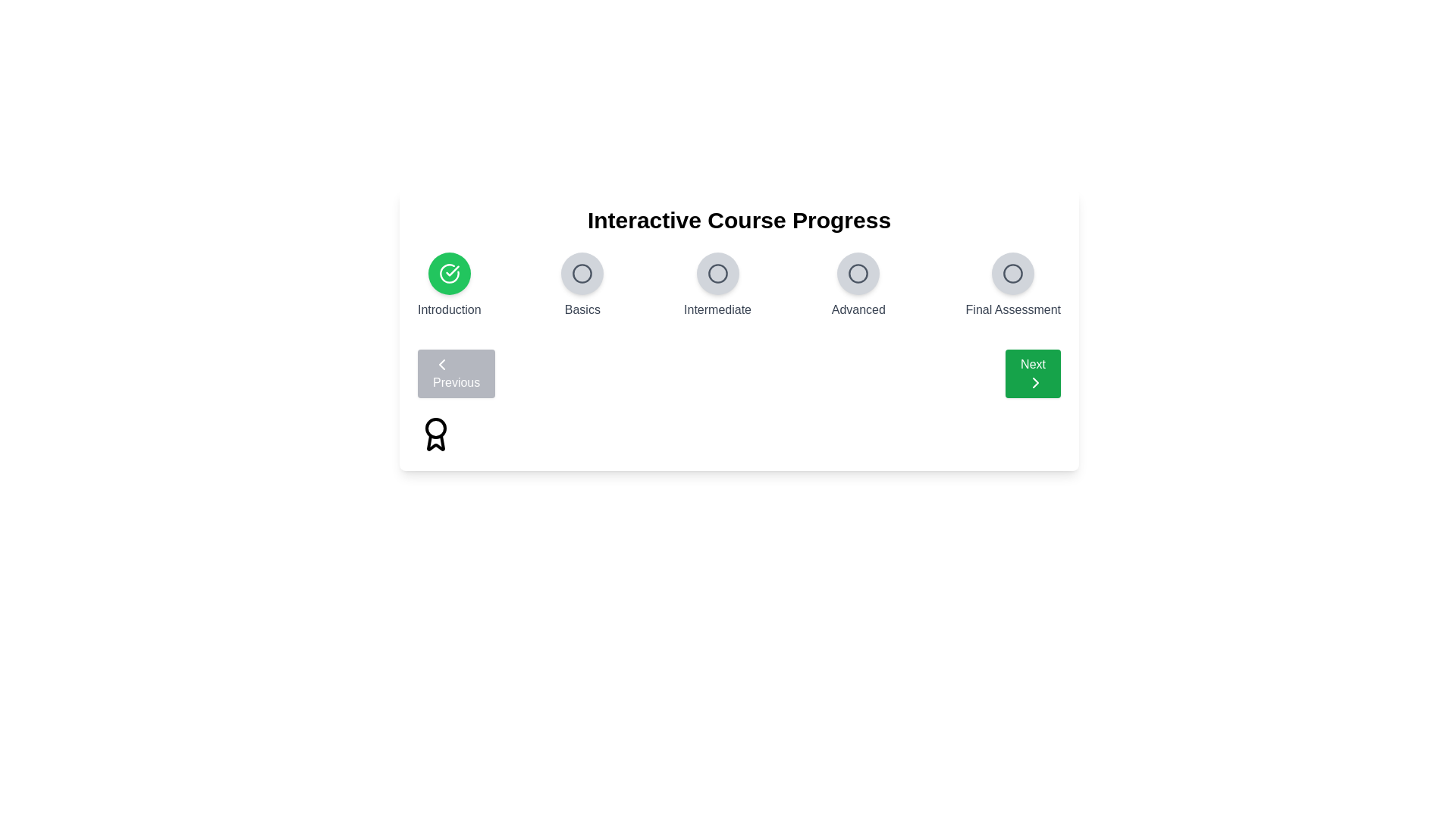 This screenshot has width=1456, height=819. Describe the element at coordinates (1013, 274) in the screenshot. I see `the circular progress stage marker representing the 'Final Assessment' step in the progress tracker, which is located directly above the text 'Final Assessment'` at that location.